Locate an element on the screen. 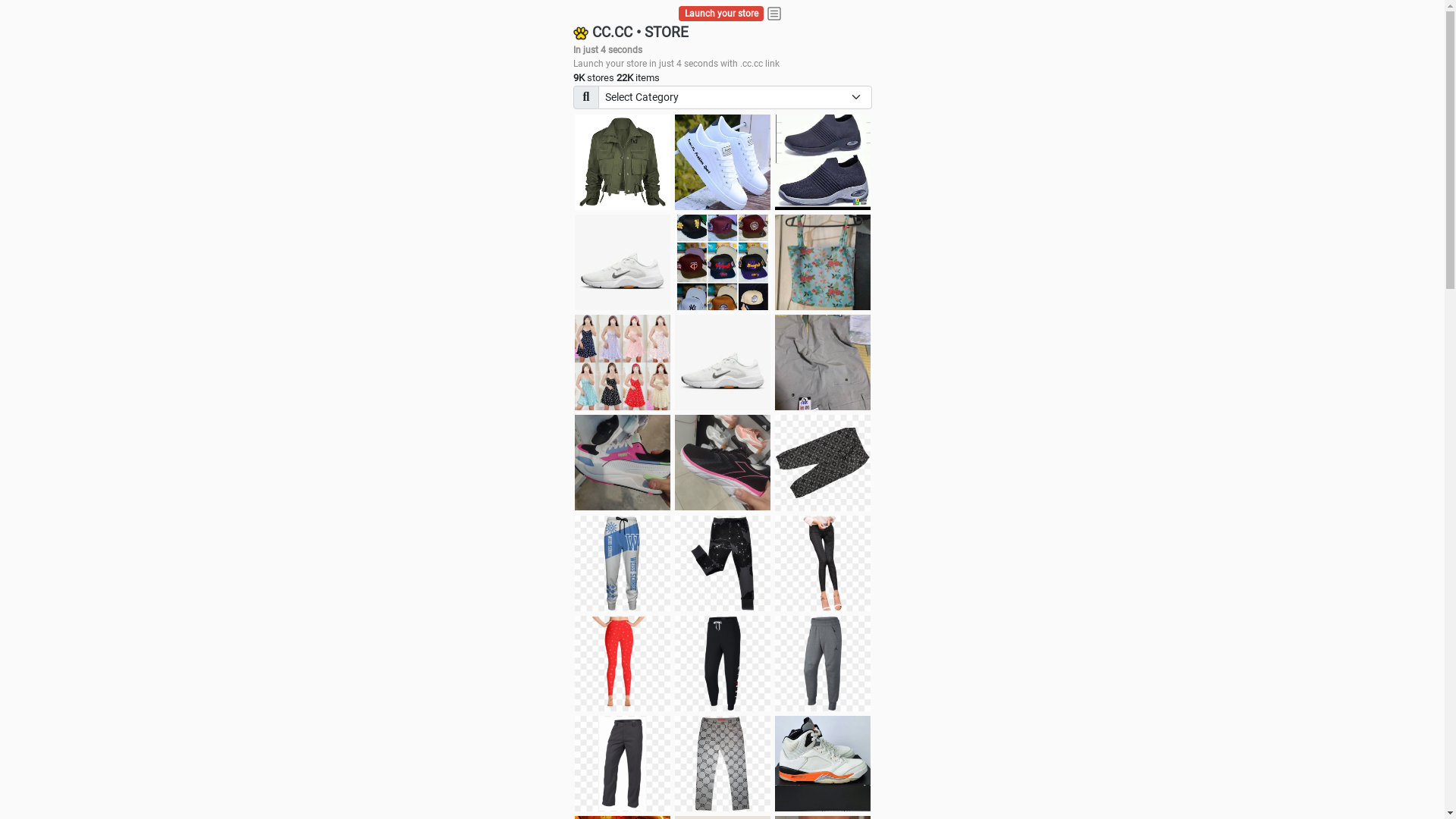 The image size is (1456, 819). 'Zapatillas pumas' is located at coordinates (622, 461).